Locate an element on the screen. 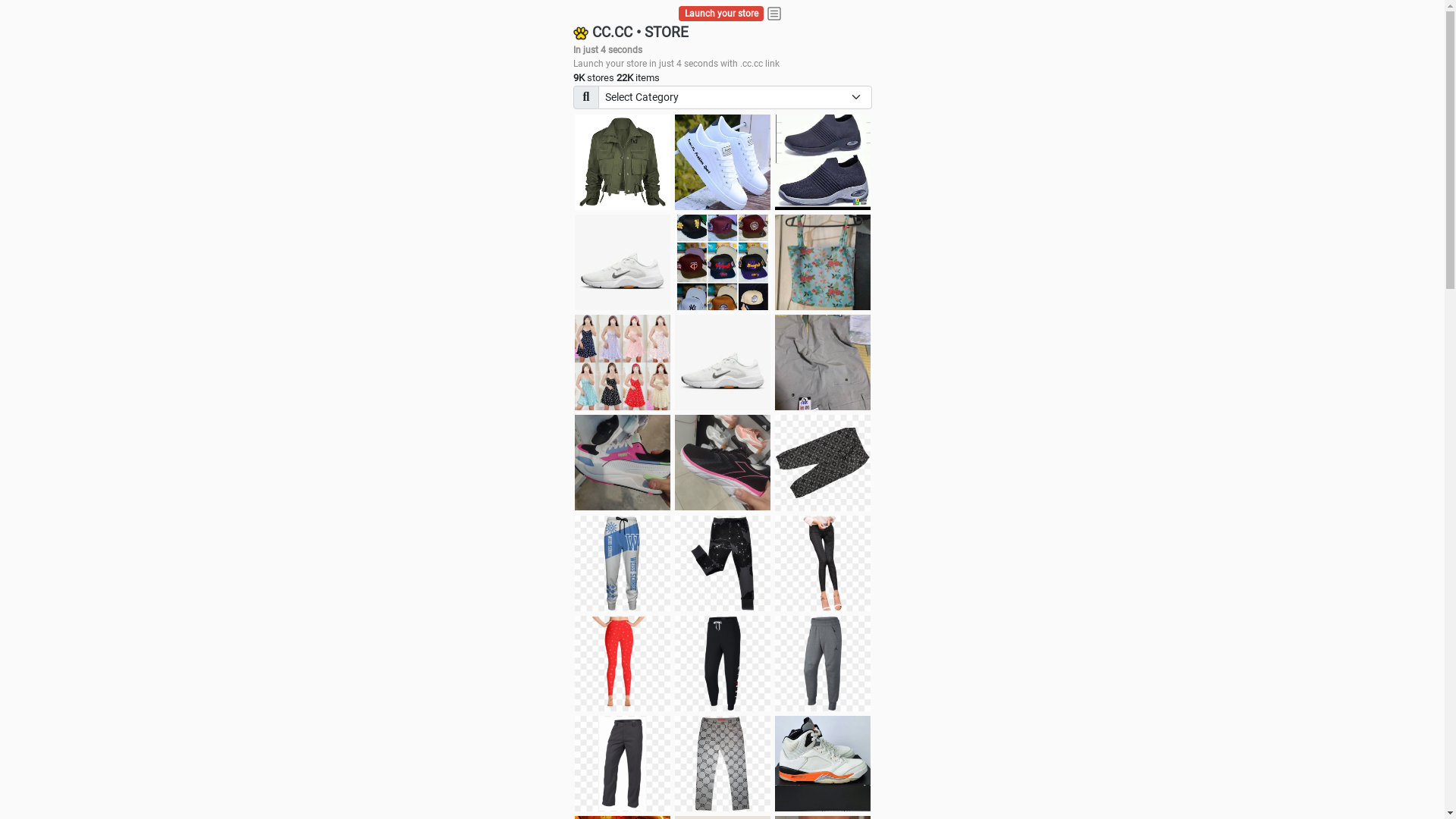 The image size is (1456, 819). 'Zapatillas pumas' is located at coordinates (622, 461).